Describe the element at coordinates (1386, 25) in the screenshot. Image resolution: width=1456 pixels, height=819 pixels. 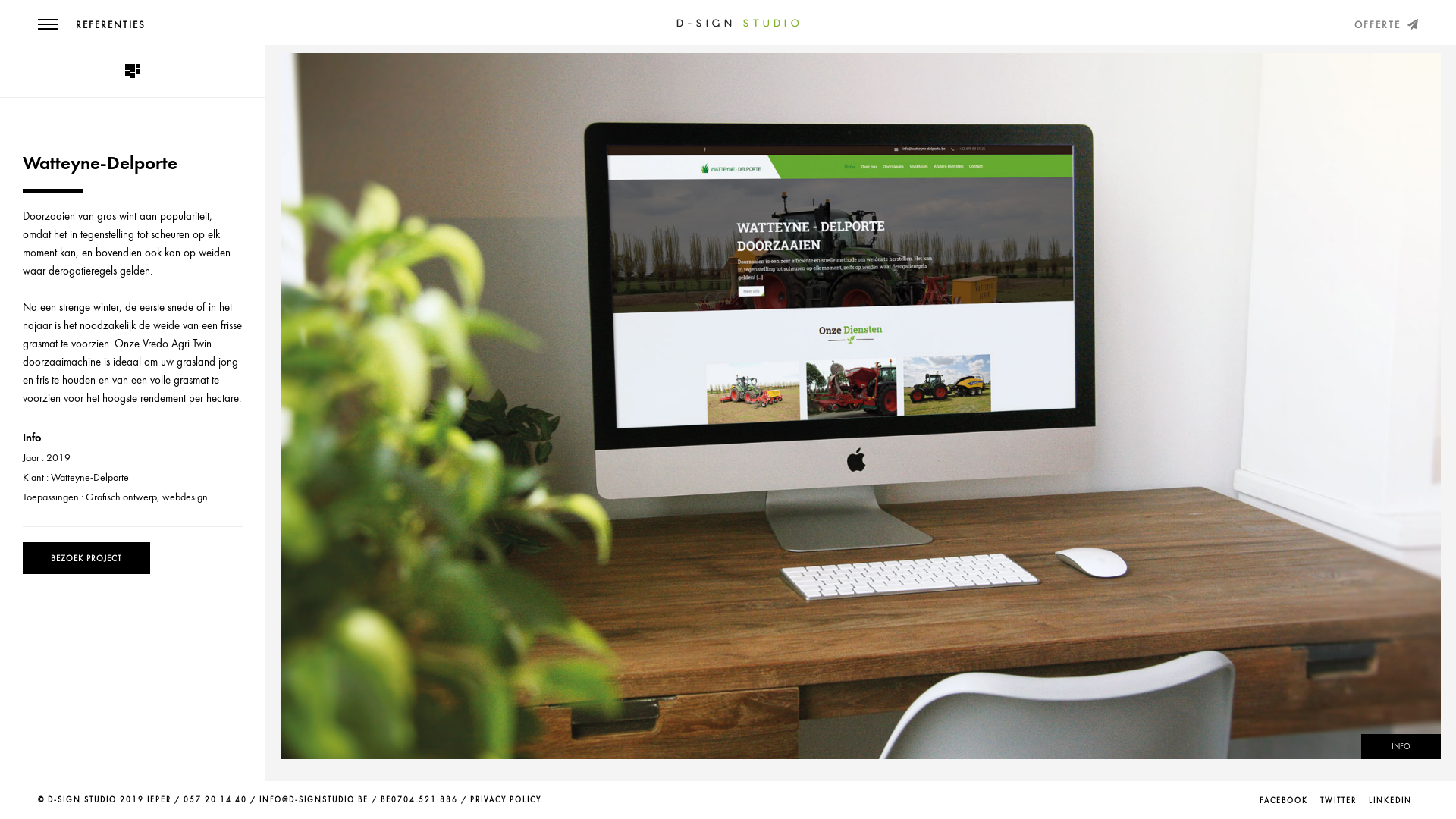
I see `'OFFERTE'` at that location.